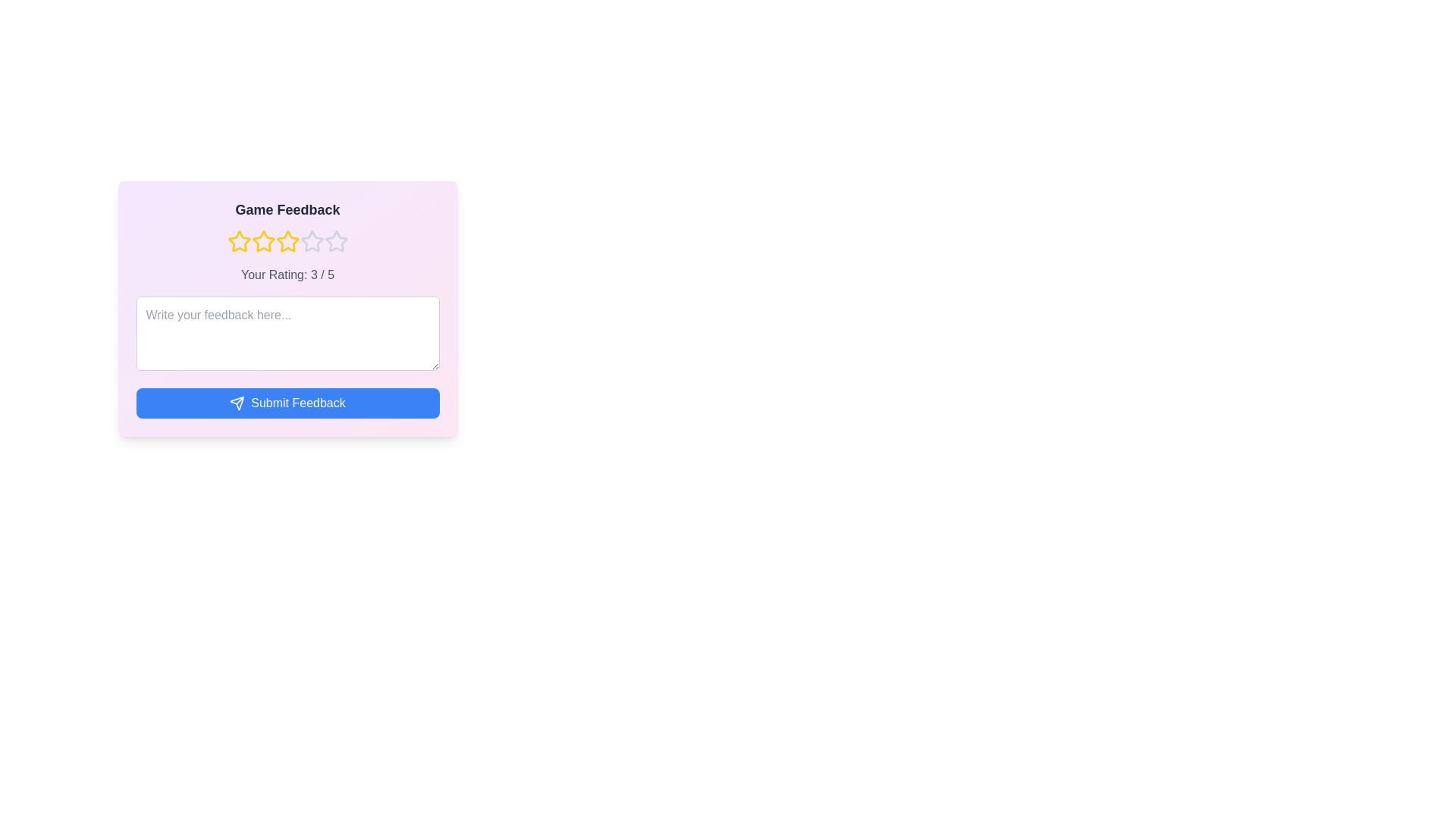  I want to click on the rating to 2 stars by clicking on the corresponding star, so click(263, 241).